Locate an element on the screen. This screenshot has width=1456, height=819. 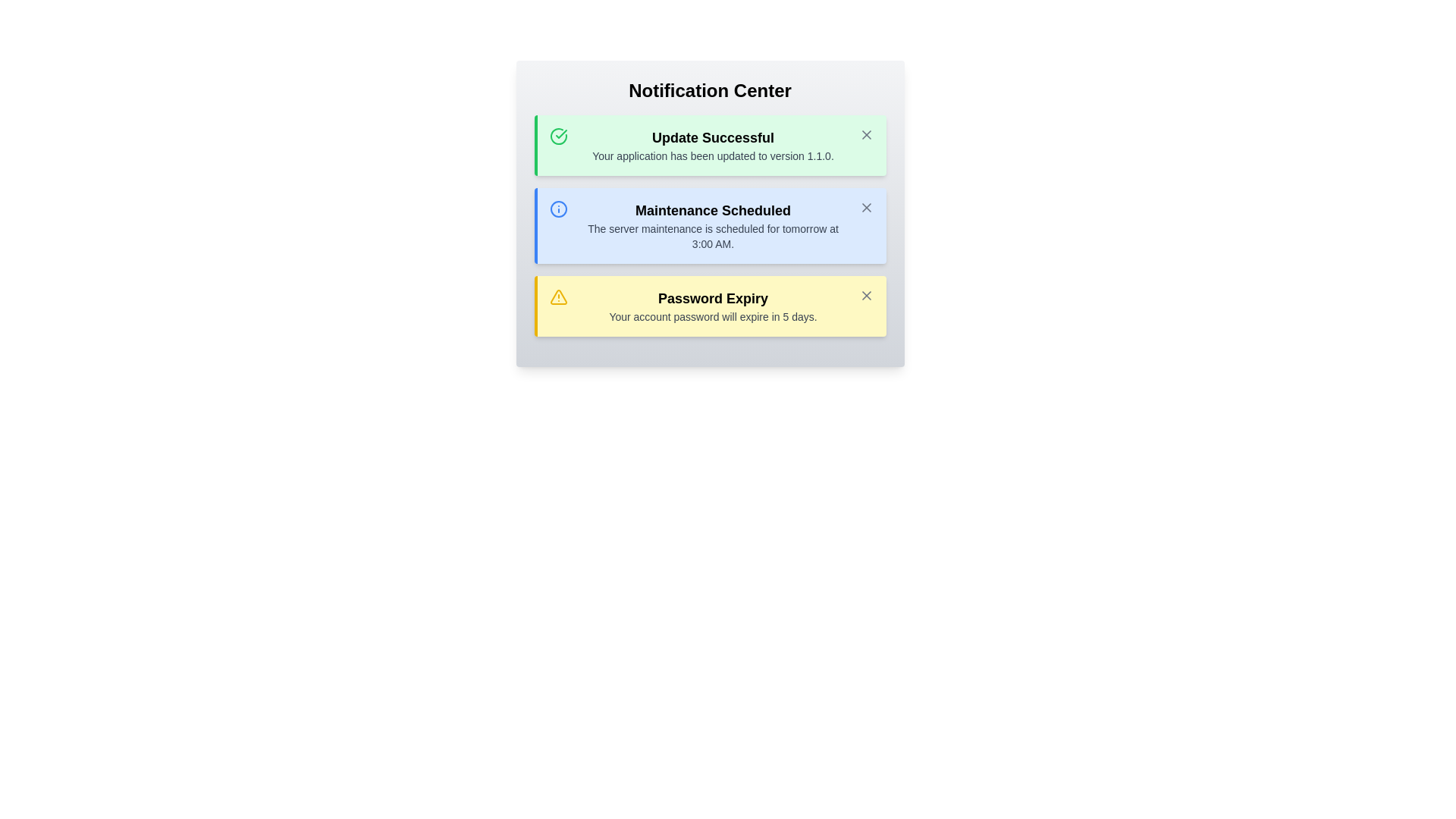
the 'Password Expiry' text label, which is a bold black font title at the top of the yellow notification card is located at coordinates (712, 298).